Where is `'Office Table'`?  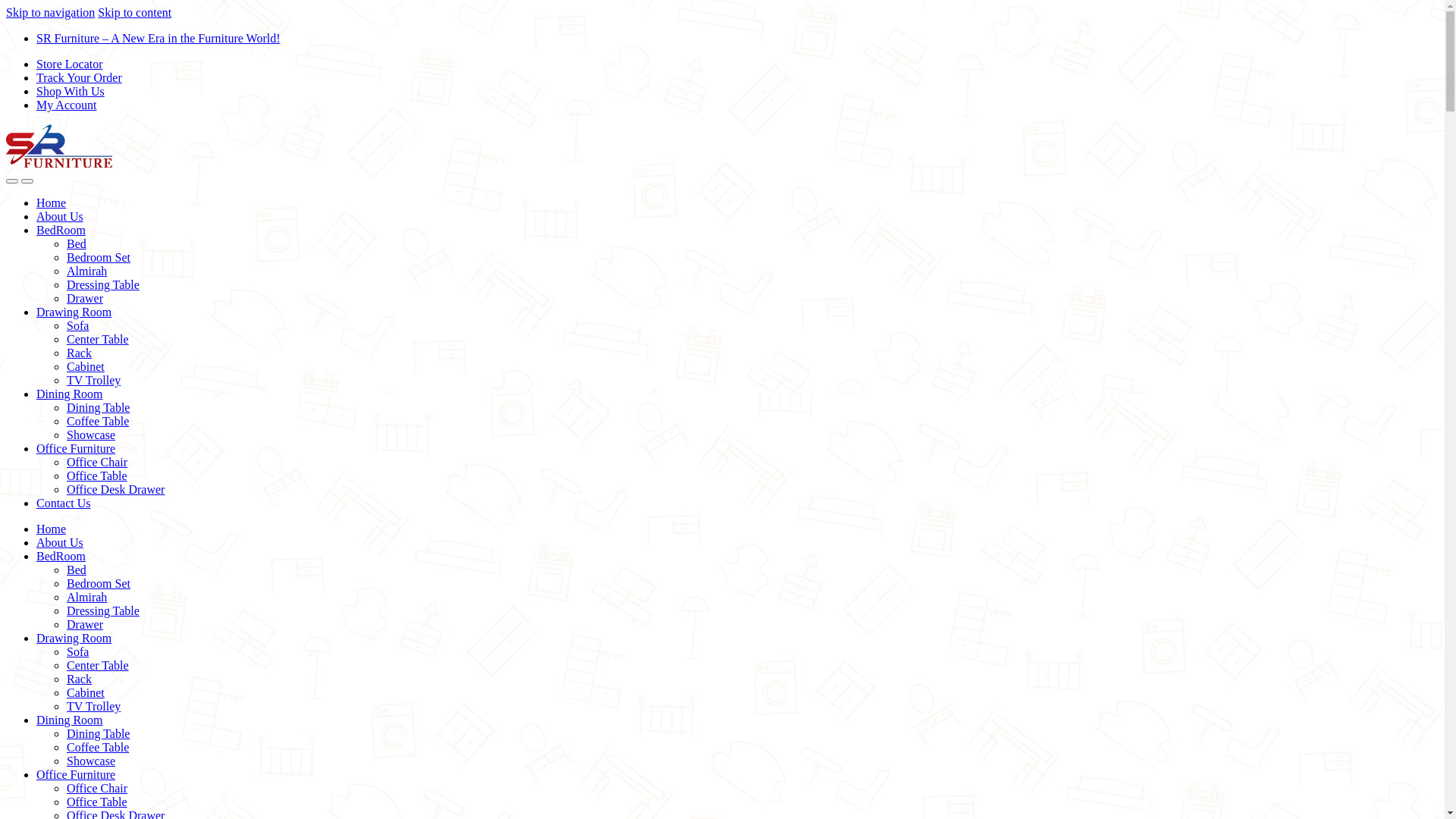 'Office Table' is located at coordinates (65, 801).